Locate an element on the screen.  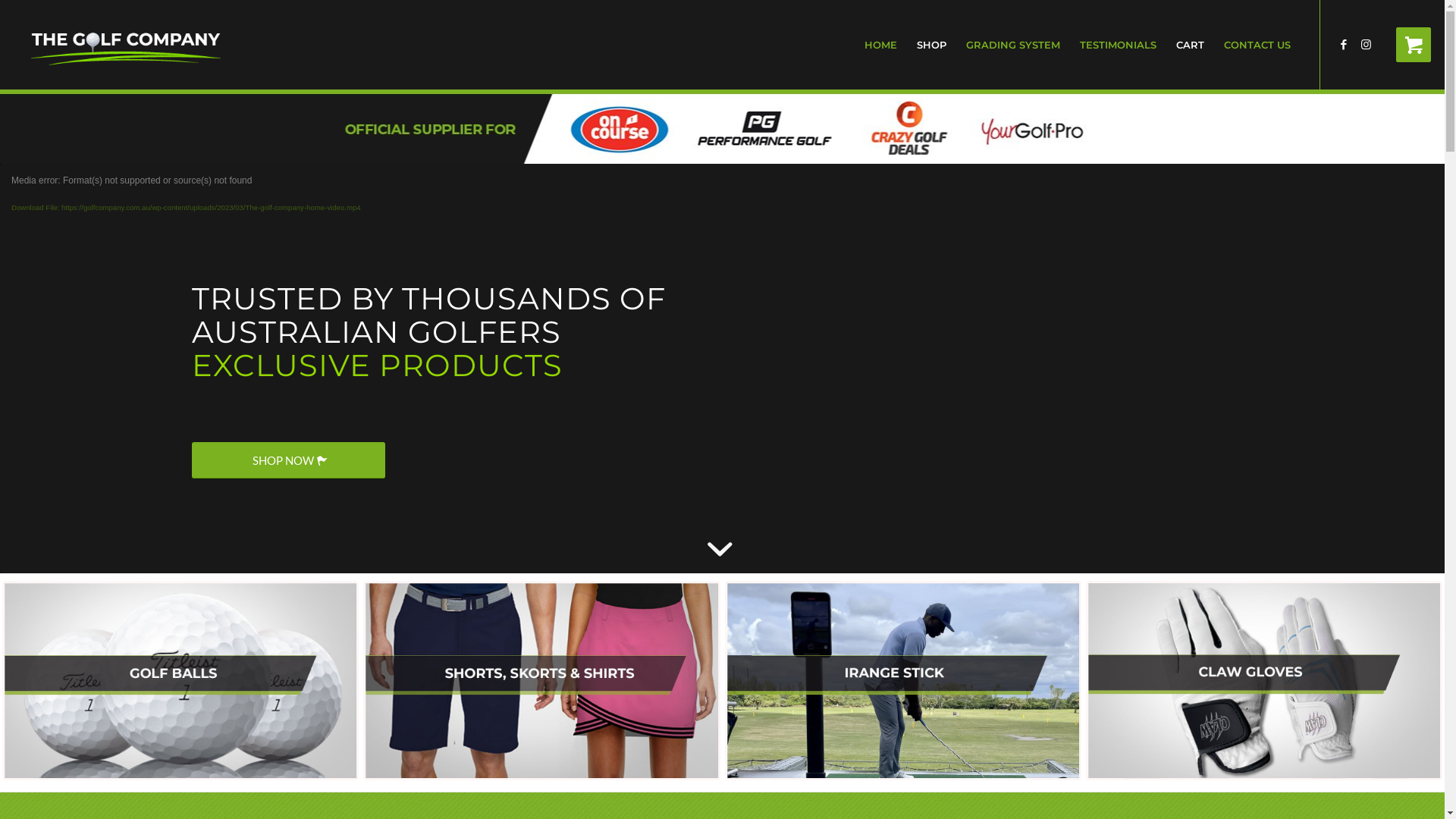
'Logo-The-Golf-Company-340' is located at coordinates (126, 43).